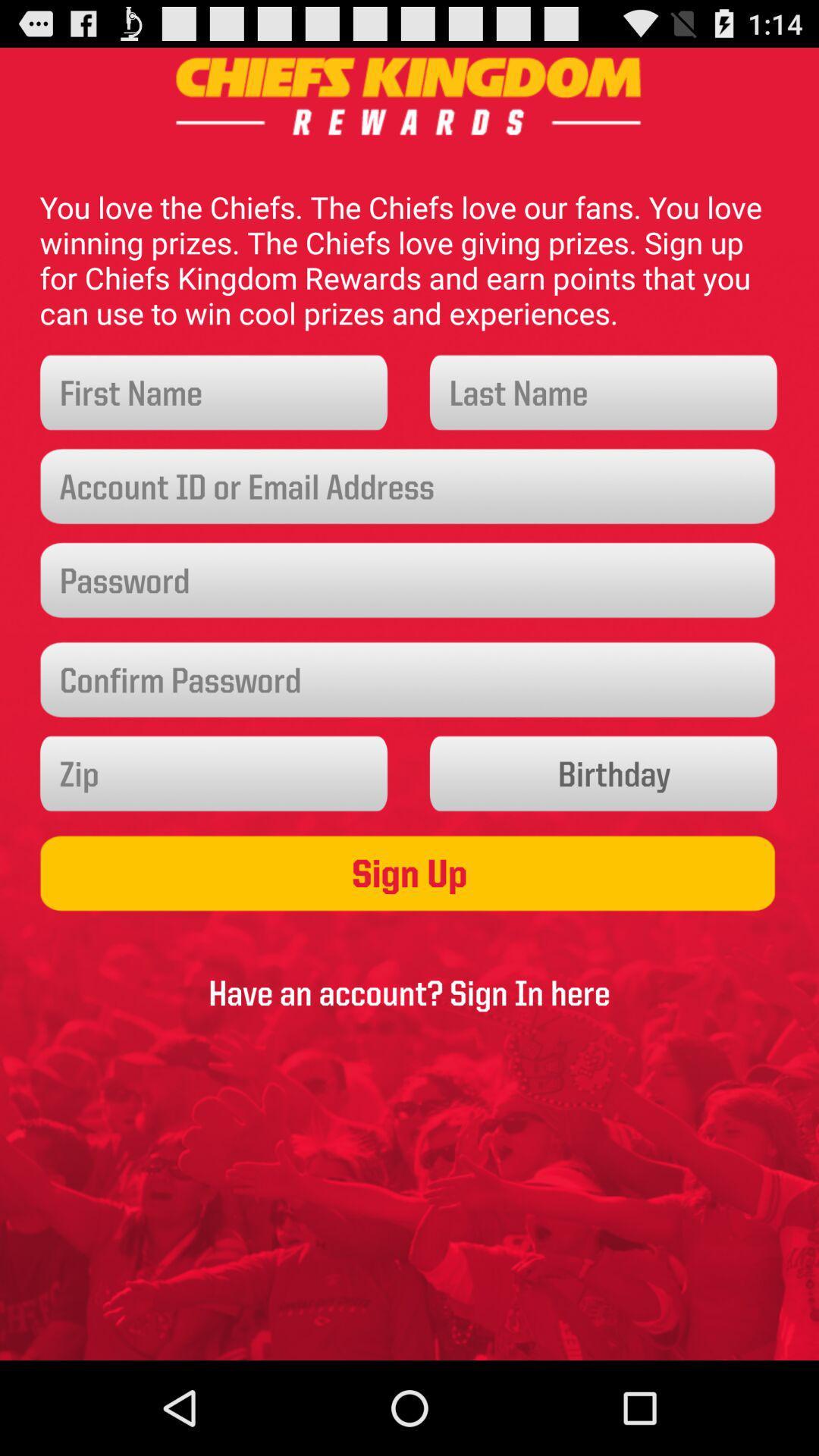  Describe the element at coordinates (603, 393) in the screenshot. I see `input the last name` at that location.